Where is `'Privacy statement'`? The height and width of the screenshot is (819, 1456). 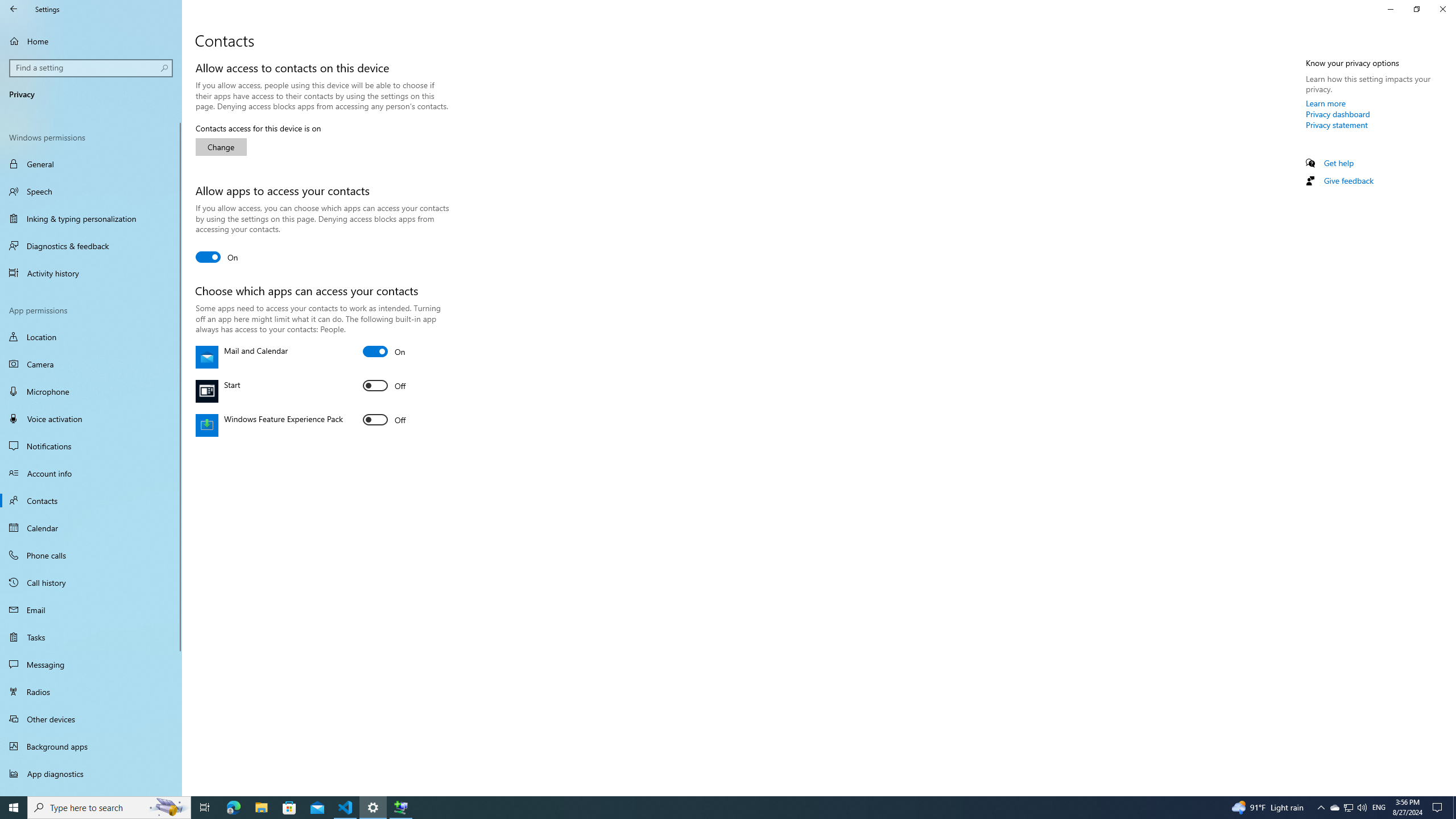
'Privacy statement' is located at coordinates (1336, 124).